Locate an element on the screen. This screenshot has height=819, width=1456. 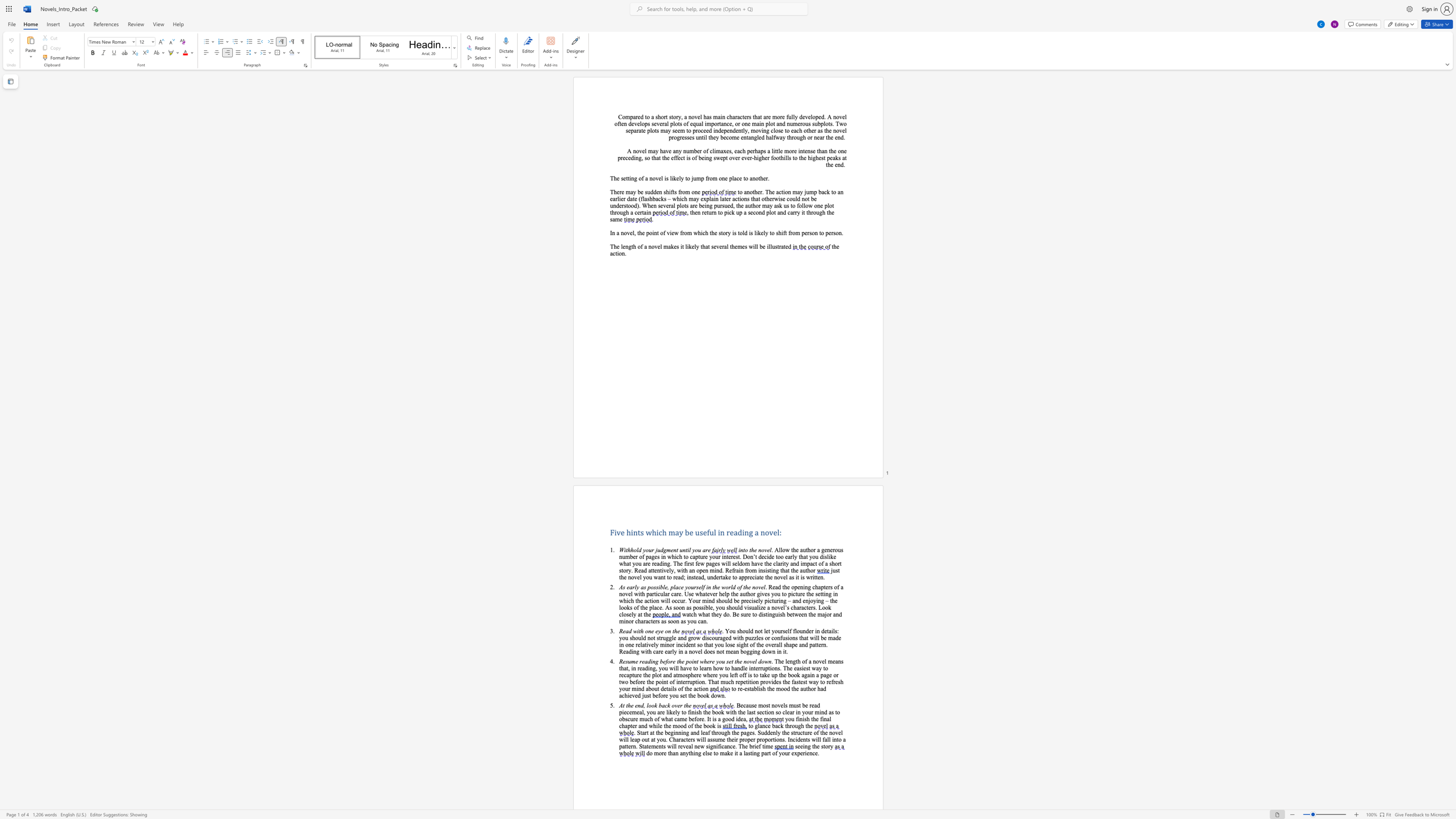
the subset text "ters as soon as" within the text "watch what they do. Be sure to distinguish between the major and minor characters as soon as you can." is located at coordinates (650, 620).